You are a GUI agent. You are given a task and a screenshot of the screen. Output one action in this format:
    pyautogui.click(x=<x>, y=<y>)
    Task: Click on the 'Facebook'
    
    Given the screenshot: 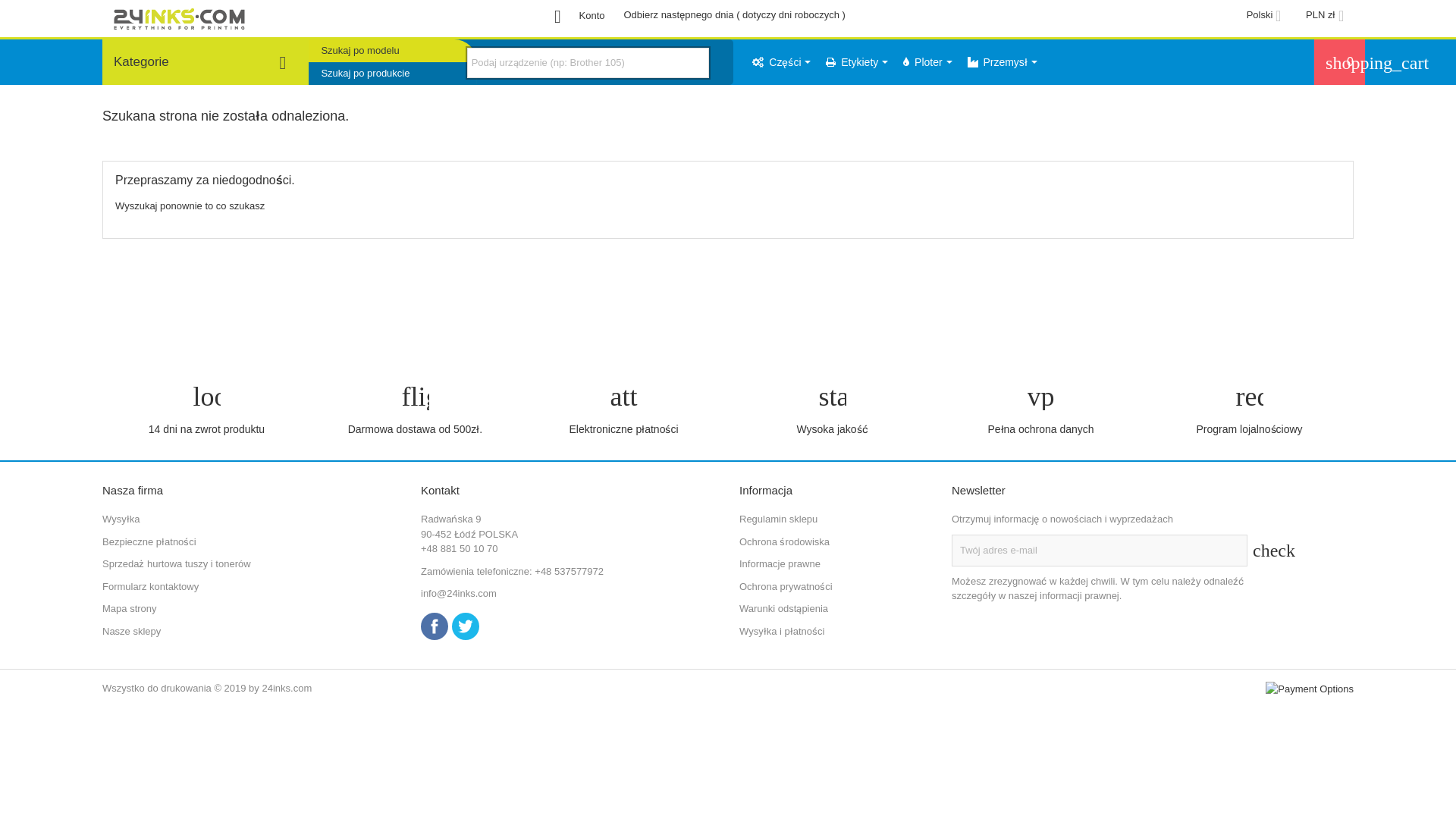 What is the action you would take?
    pyautogui.click(x=433, y=626)
    